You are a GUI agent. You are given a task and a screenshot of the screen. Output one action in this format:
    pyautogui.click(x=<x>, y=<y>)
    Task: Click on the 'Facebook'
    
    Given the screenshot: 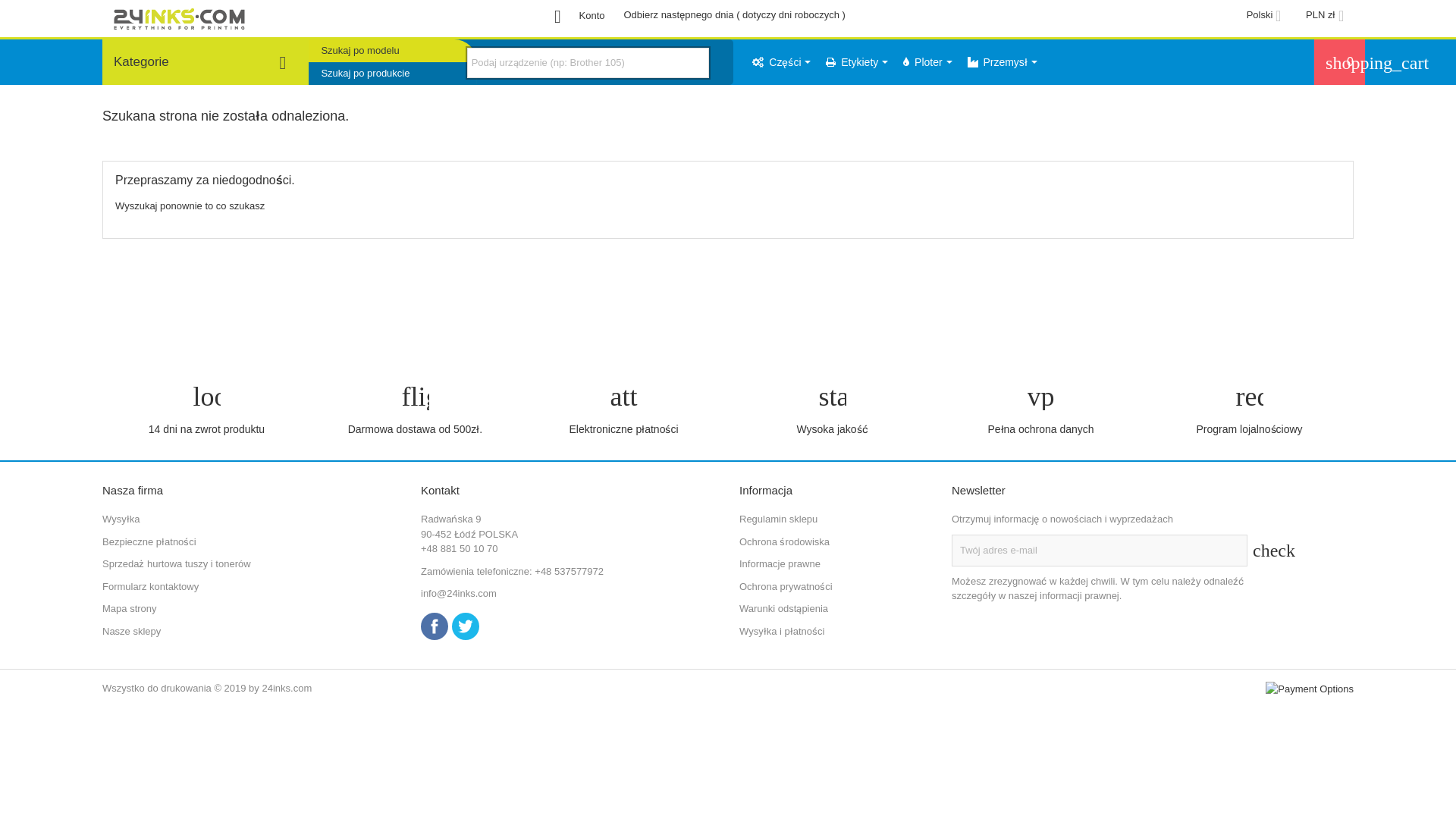 What is the action you would take?
    pyautogui.click(x=433, y=626)
    